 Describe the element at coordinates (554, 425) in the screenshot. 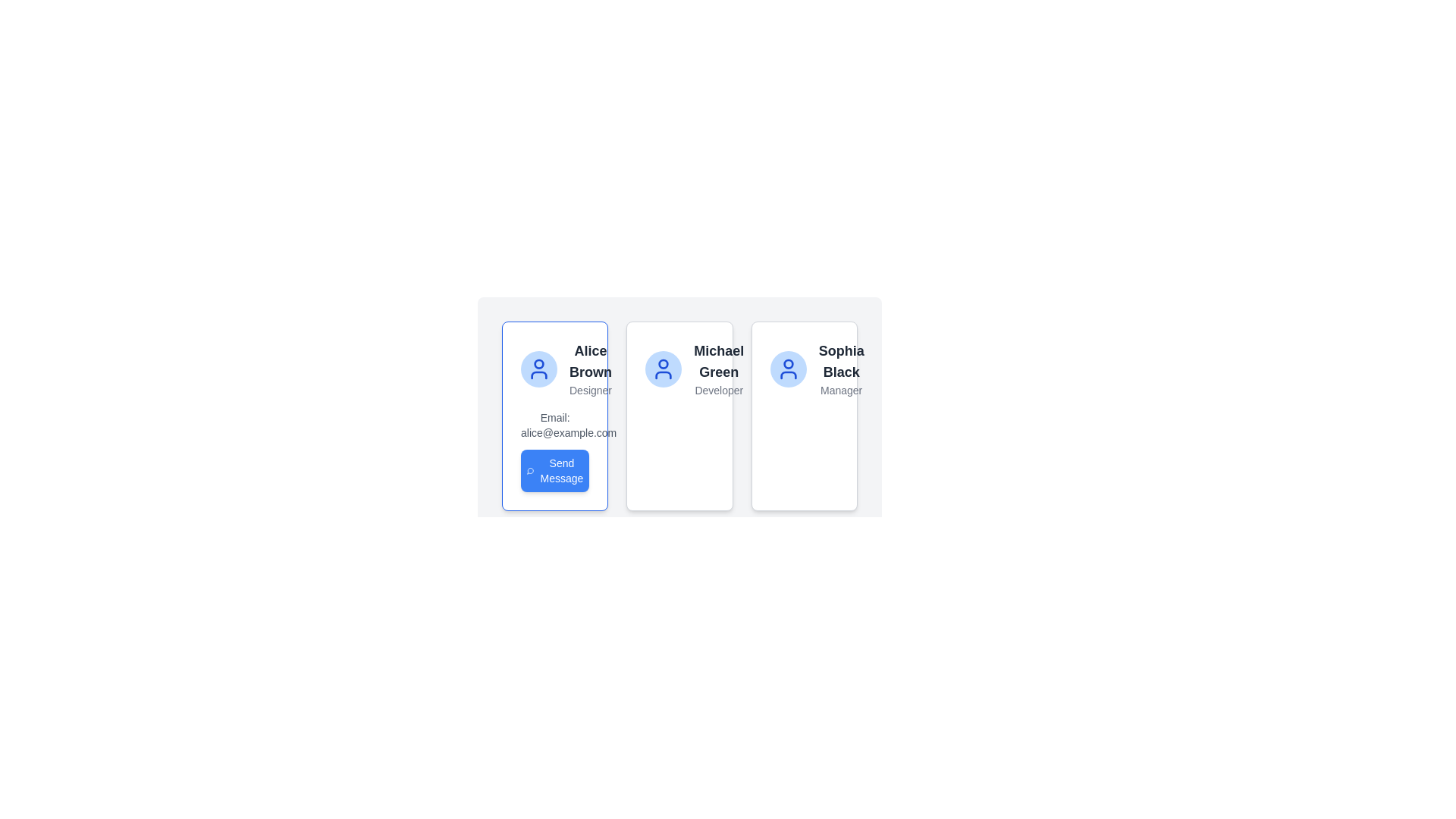

I see `the email address text element displayed above the 'Send Message' button in the user profile card` at that location.